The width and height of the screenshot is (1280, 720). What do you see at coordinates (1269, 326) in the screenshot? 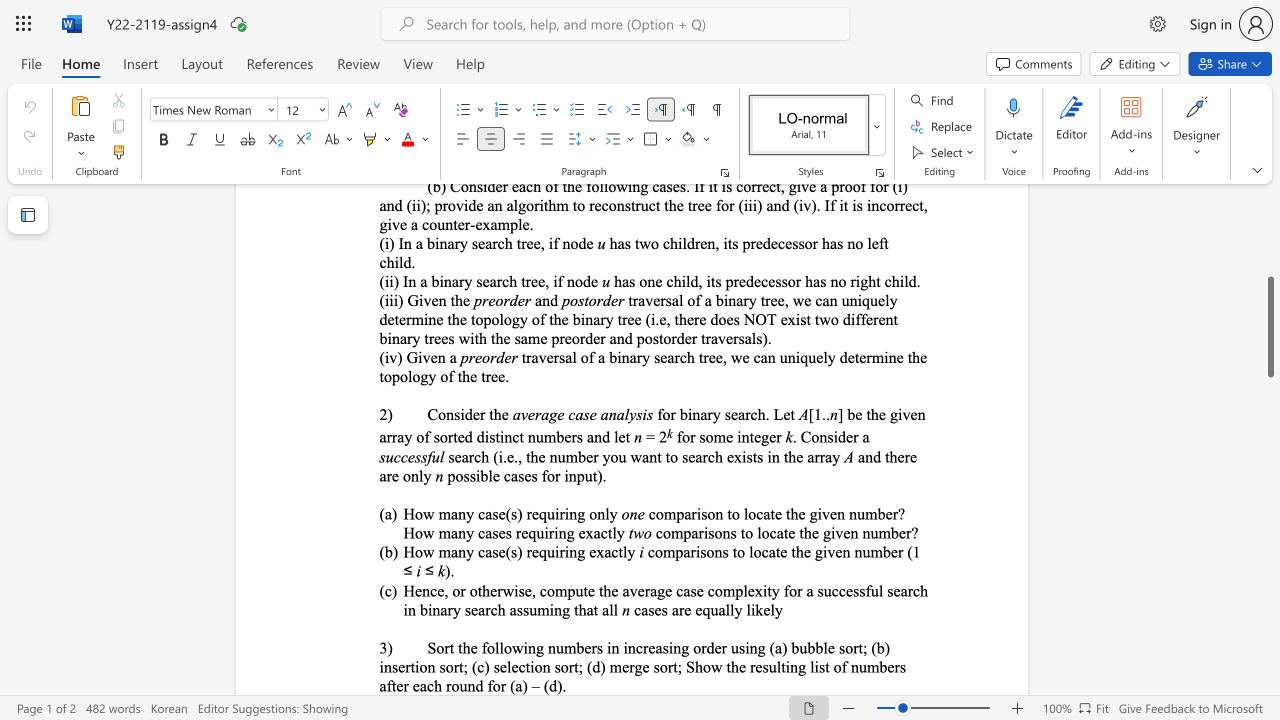
I see `the scrollbar and move down 510 pixels` at bounding box center [1269, 326].